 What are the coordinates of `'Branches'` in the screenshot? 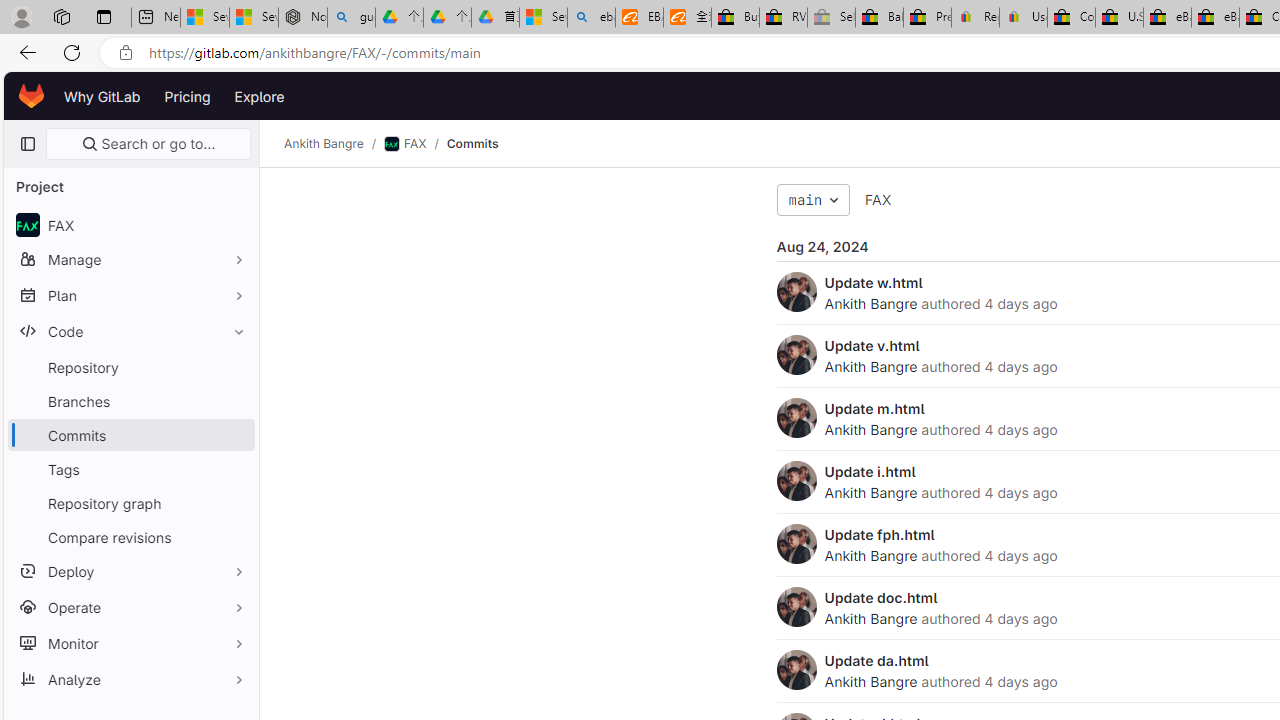 It's located at (130, 401).